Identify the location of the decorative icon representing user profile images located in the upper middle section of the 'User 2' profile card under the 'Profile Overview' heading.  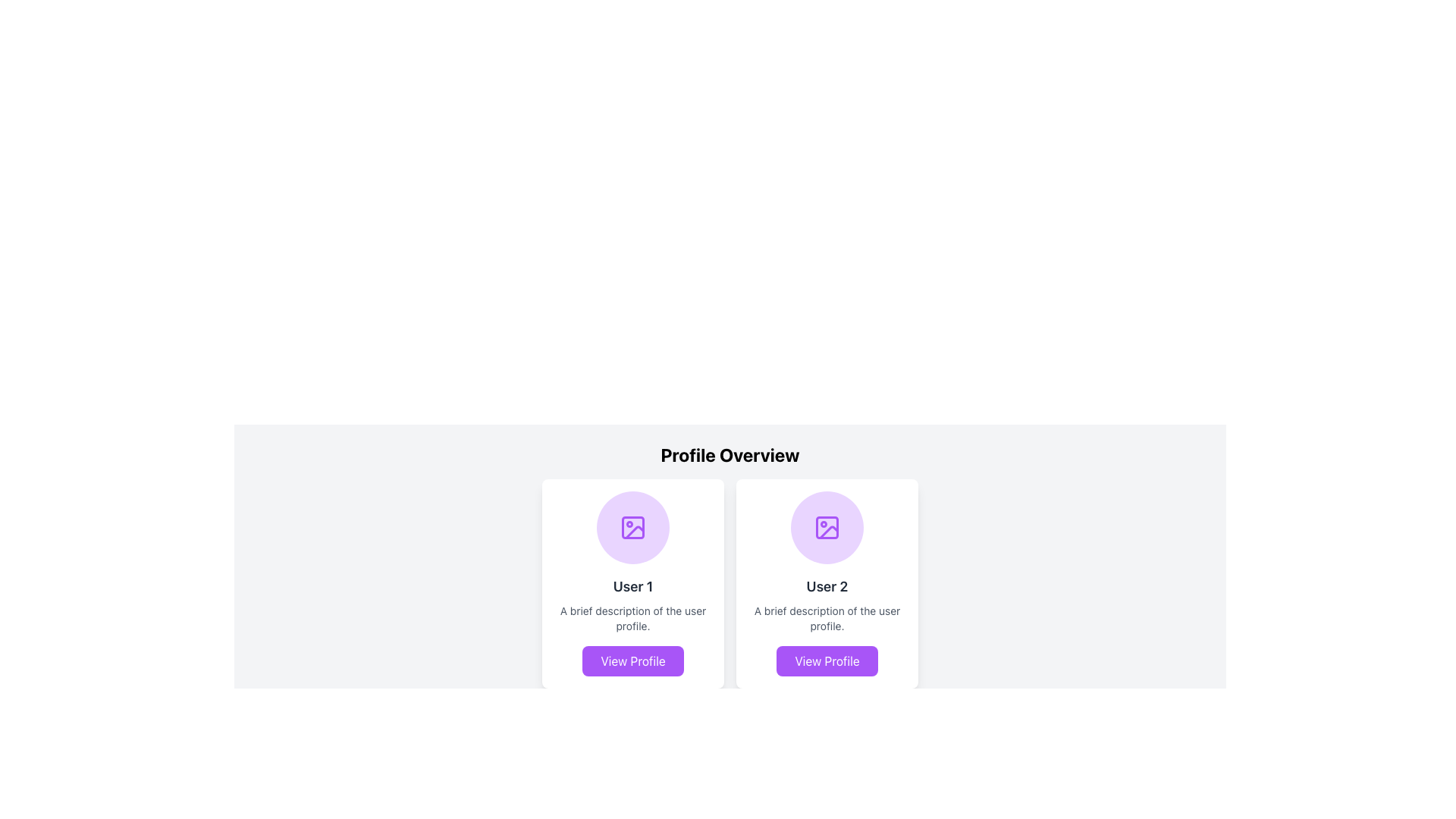
(826, 526).